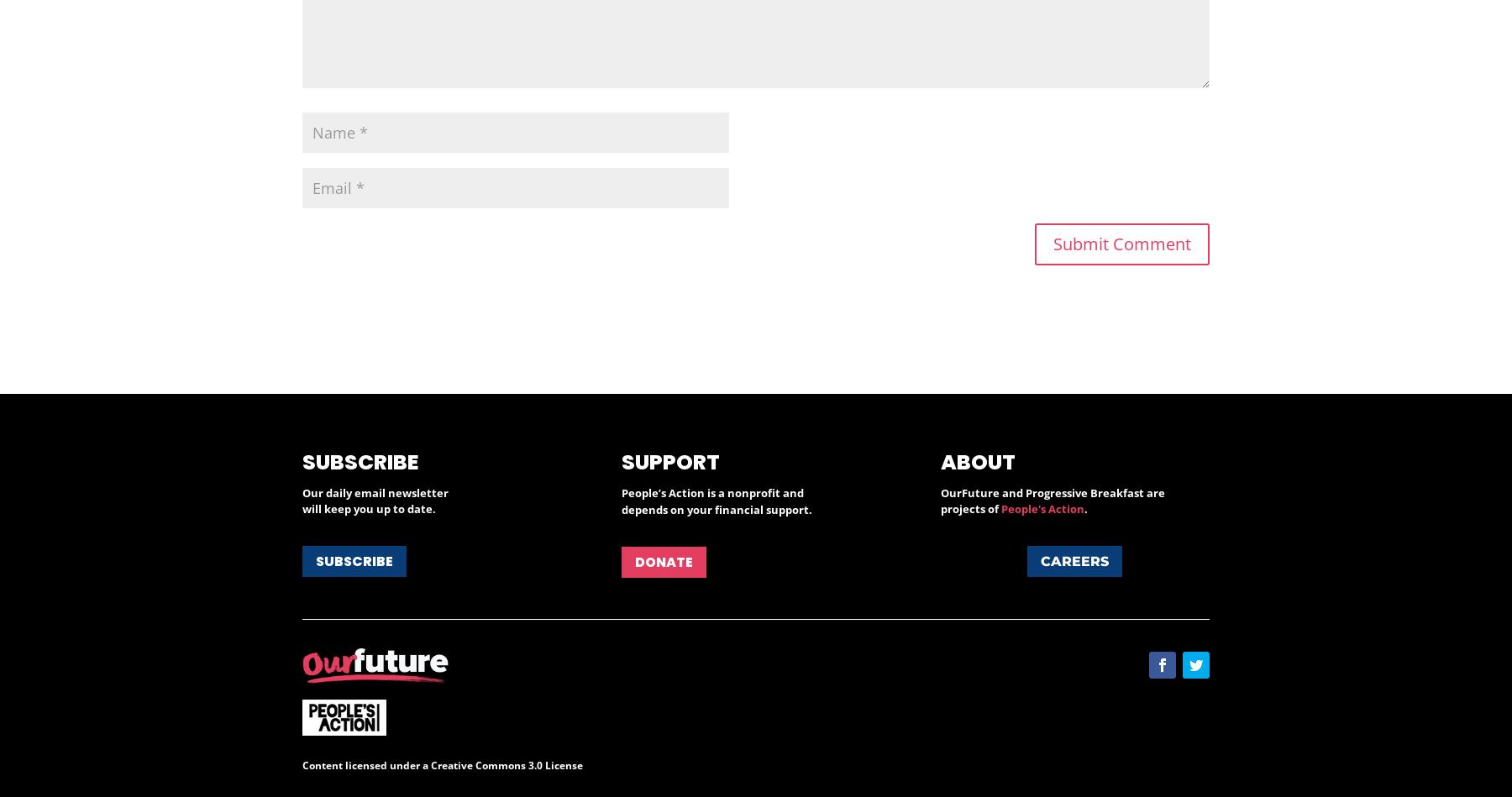  I want to click on 'depends on your financial support.', so click(716, 510).